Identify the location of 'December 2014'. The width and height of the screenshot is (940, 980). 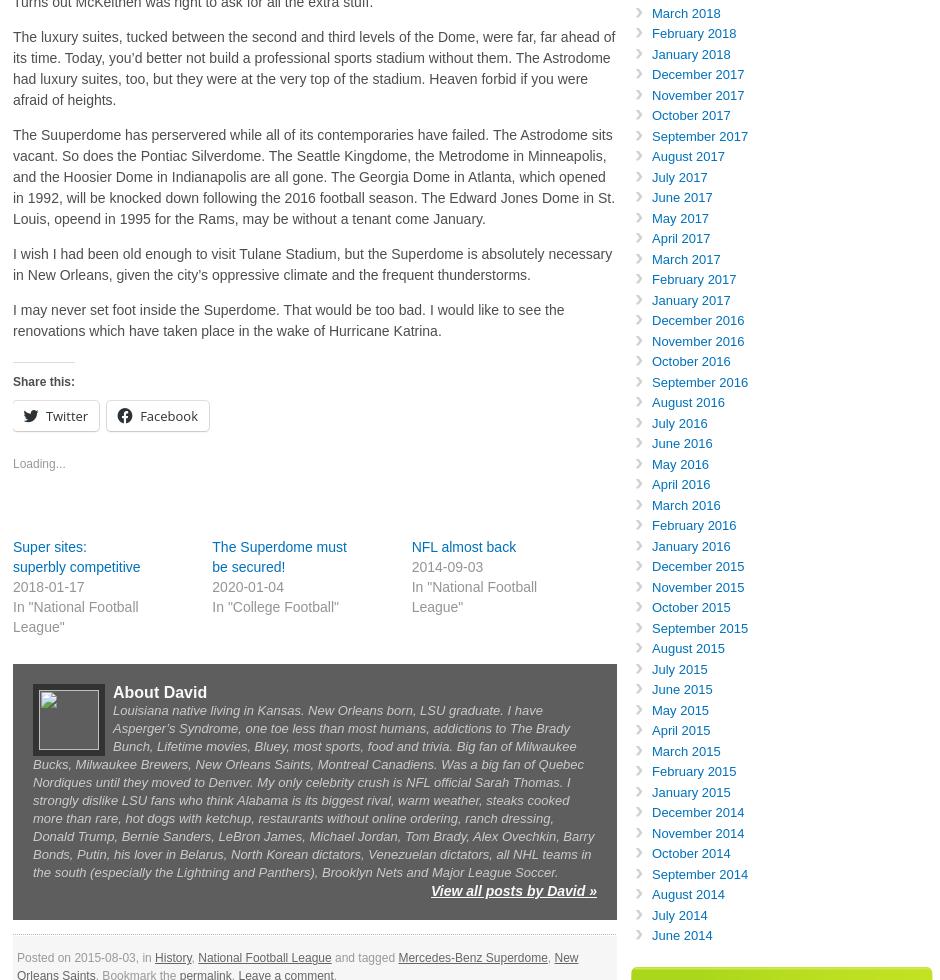
(697, 812).